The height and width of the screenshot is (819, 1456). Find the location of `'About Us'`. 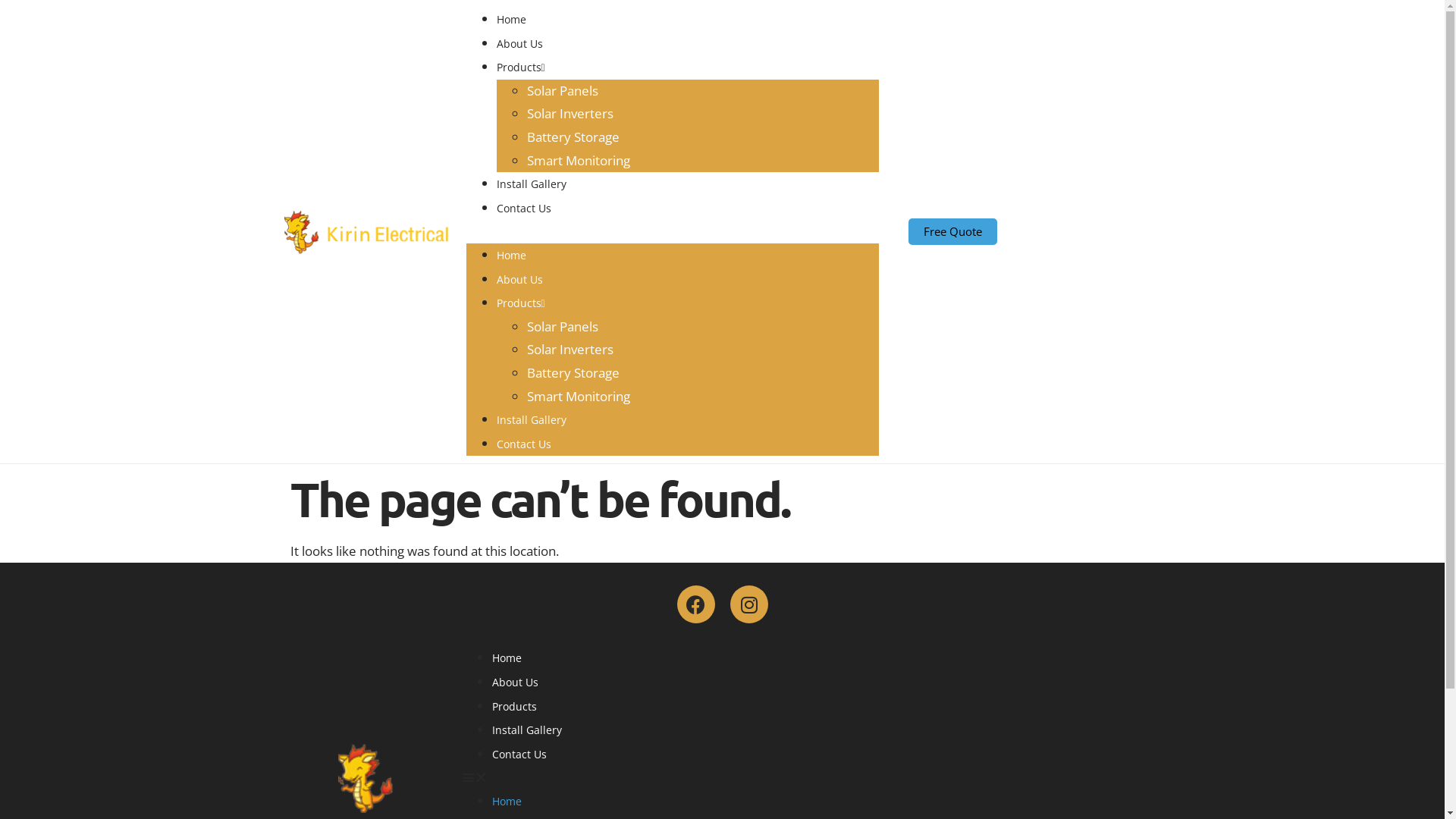

'About Us' is located at coordinates (514, 681).